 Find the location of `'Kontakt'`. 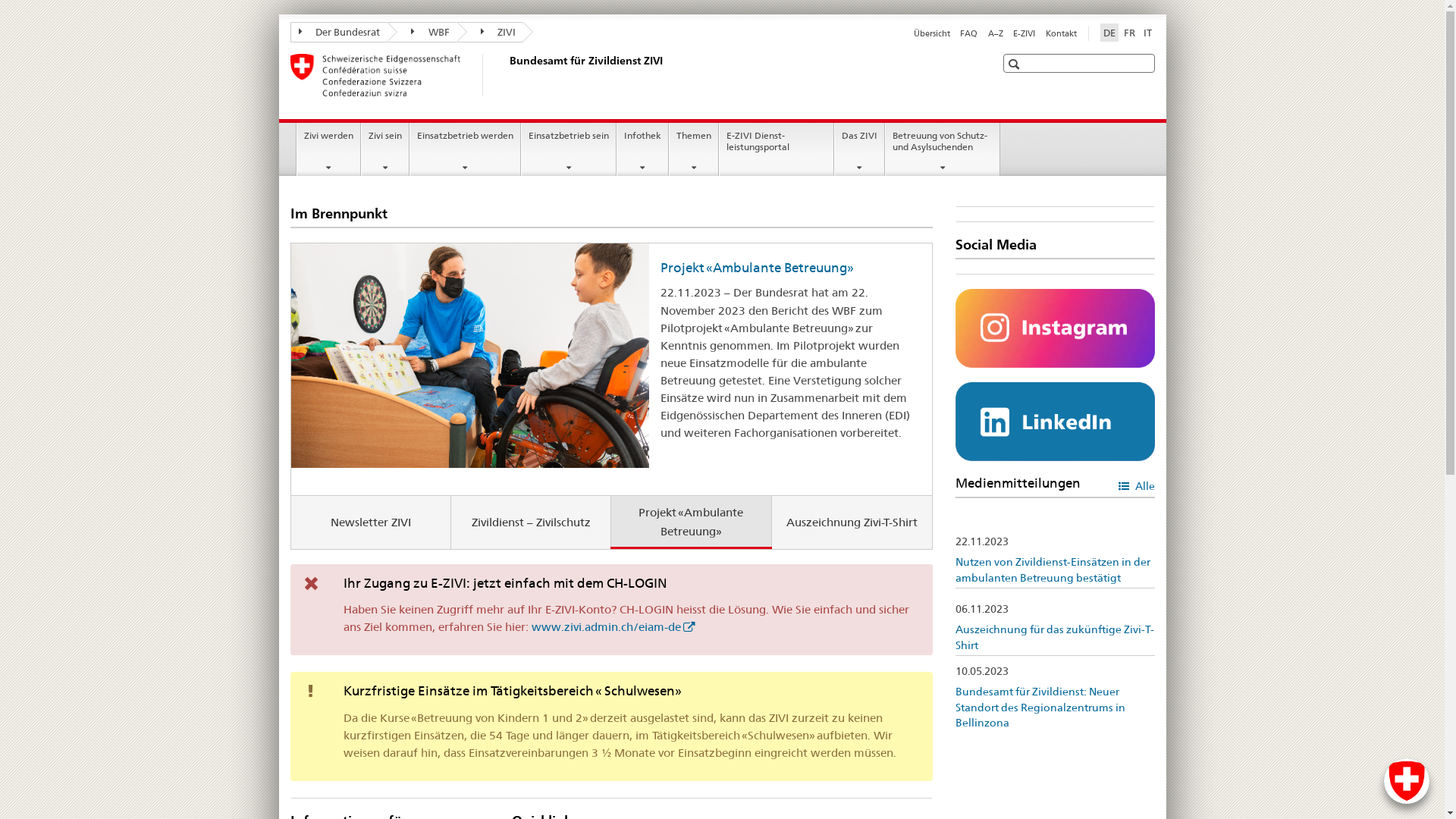

'Kontakt' is located at coordinates (1059, 33).